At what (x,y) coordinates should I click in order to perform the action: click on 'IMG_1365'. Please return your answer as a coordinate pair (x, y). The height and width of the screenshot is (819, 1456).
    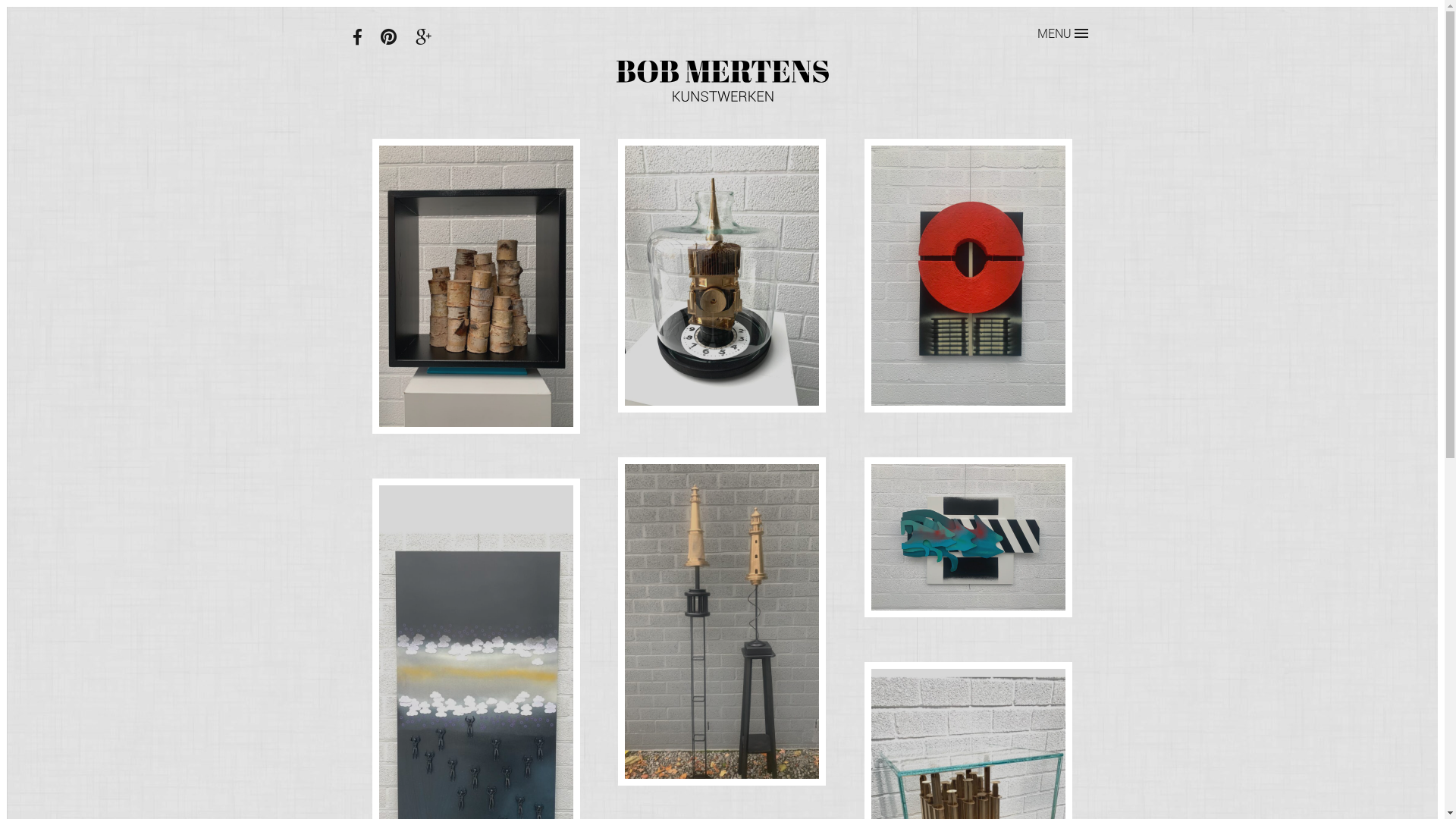
    Looking at the image, I should click on (967, 275).